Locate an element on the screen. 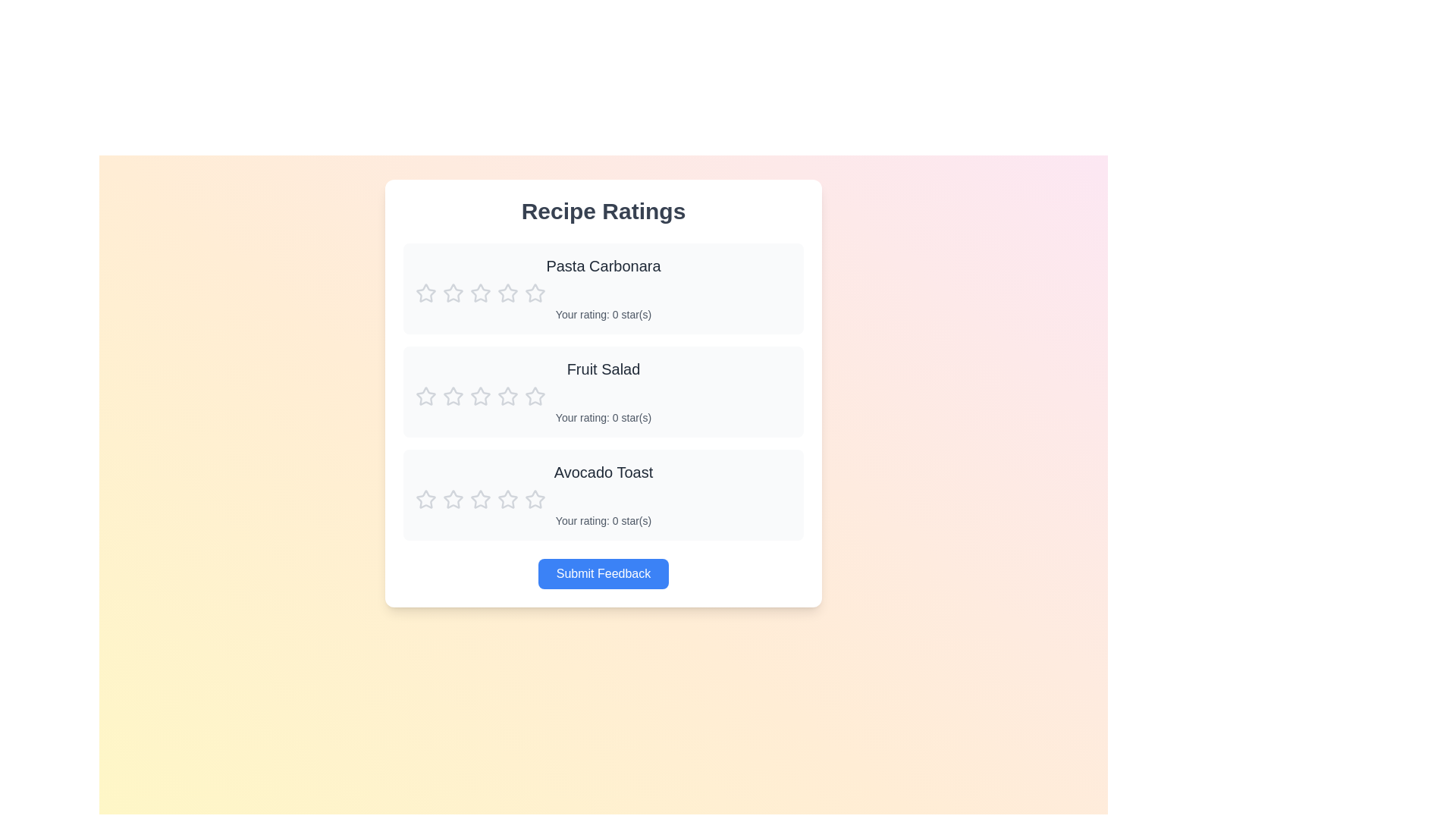 The image size is (1456, 819). over the star icons in the Rating widget for 'Fruit Salad' is located at coordinates (603, 396).